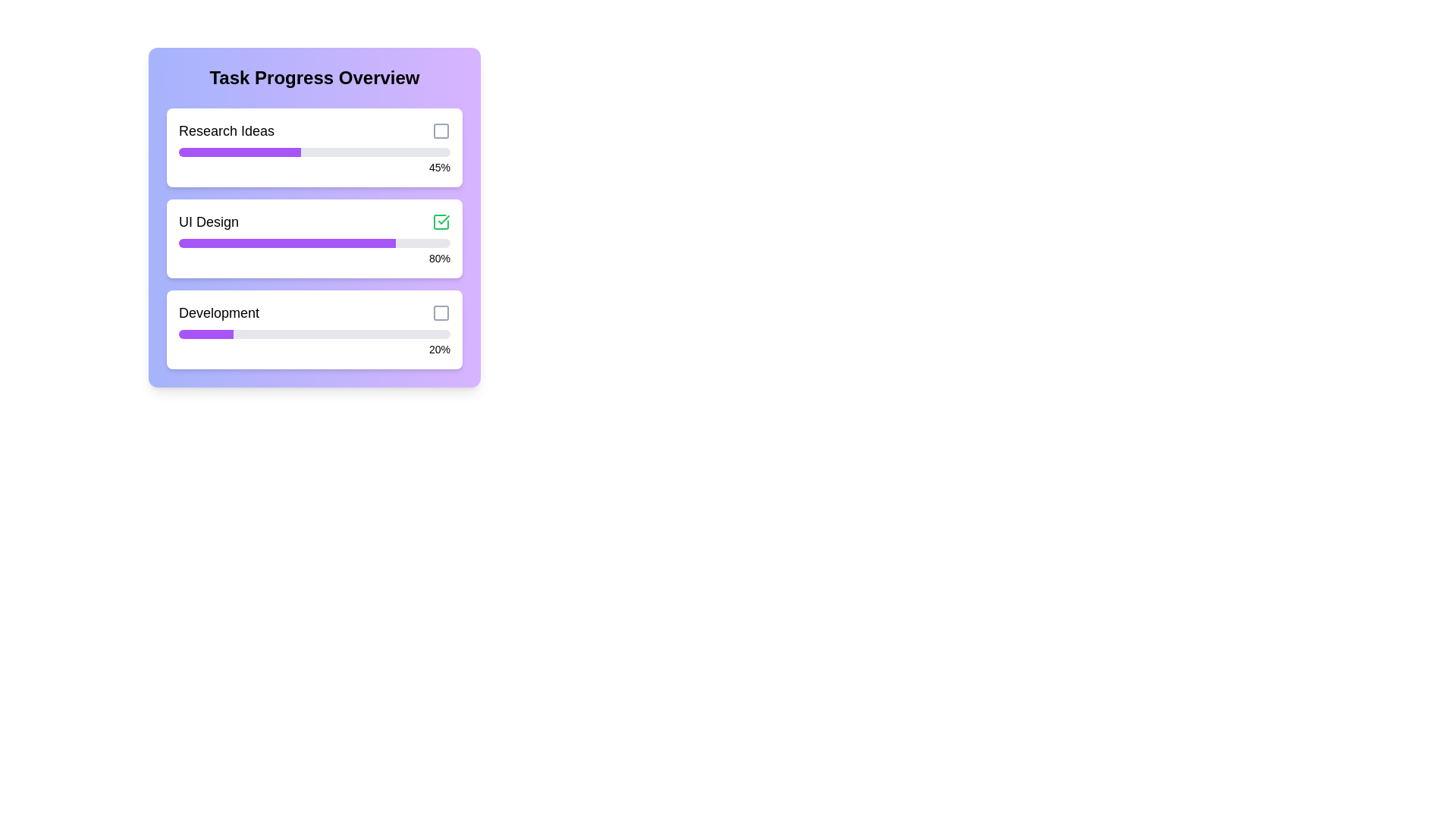 The height and width of the screenshot is (819, 1456). Describe the element at coordinates (205, 333) in the screenshot. I see `the Progress Bar Segment at the start of the progress bar for the 'Development' task, which indicates a 20% completion level` at that location.